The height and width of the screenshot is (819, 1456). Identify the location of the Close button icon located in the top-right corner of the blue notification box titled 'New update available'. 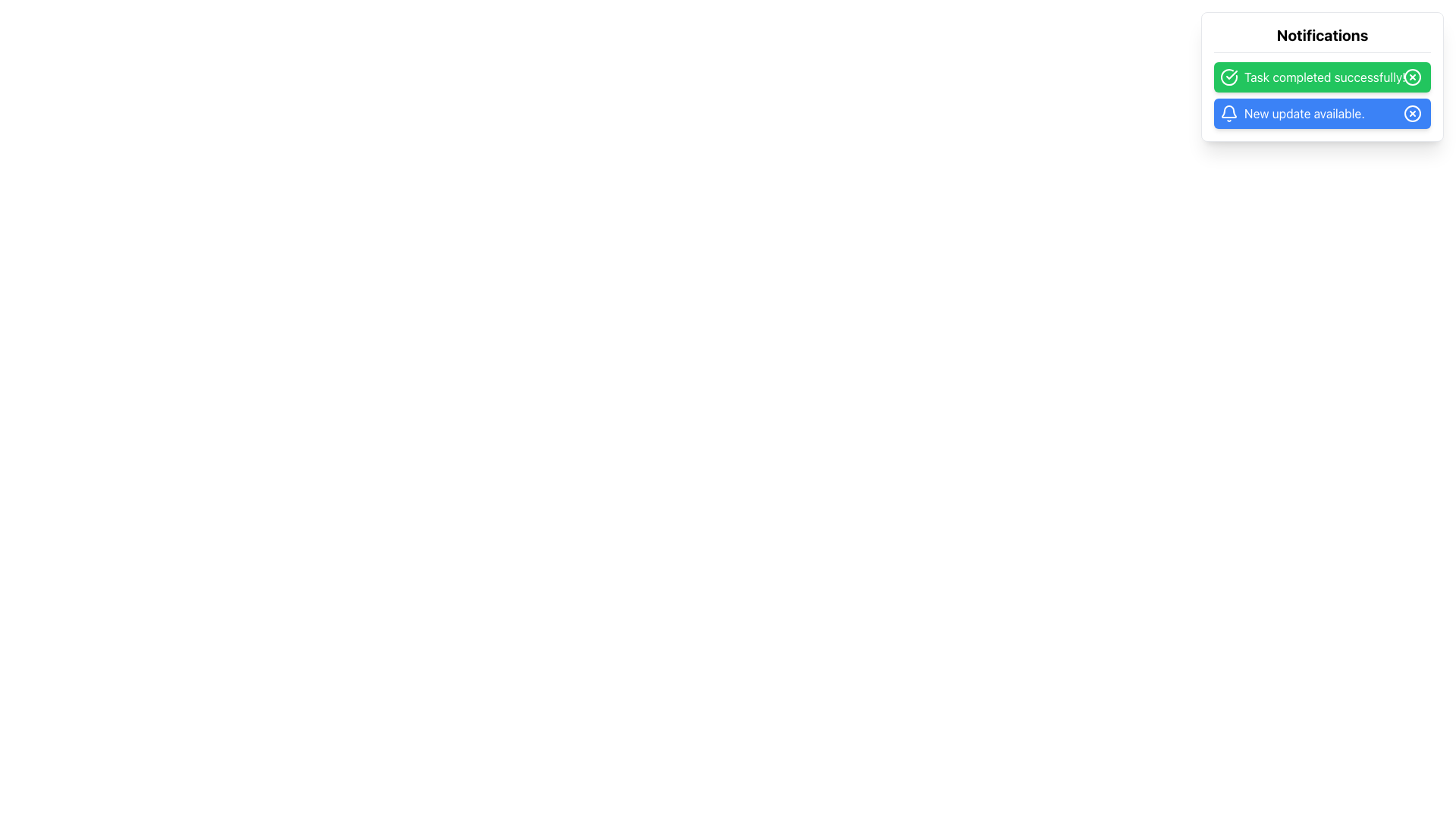
(1411, 113).